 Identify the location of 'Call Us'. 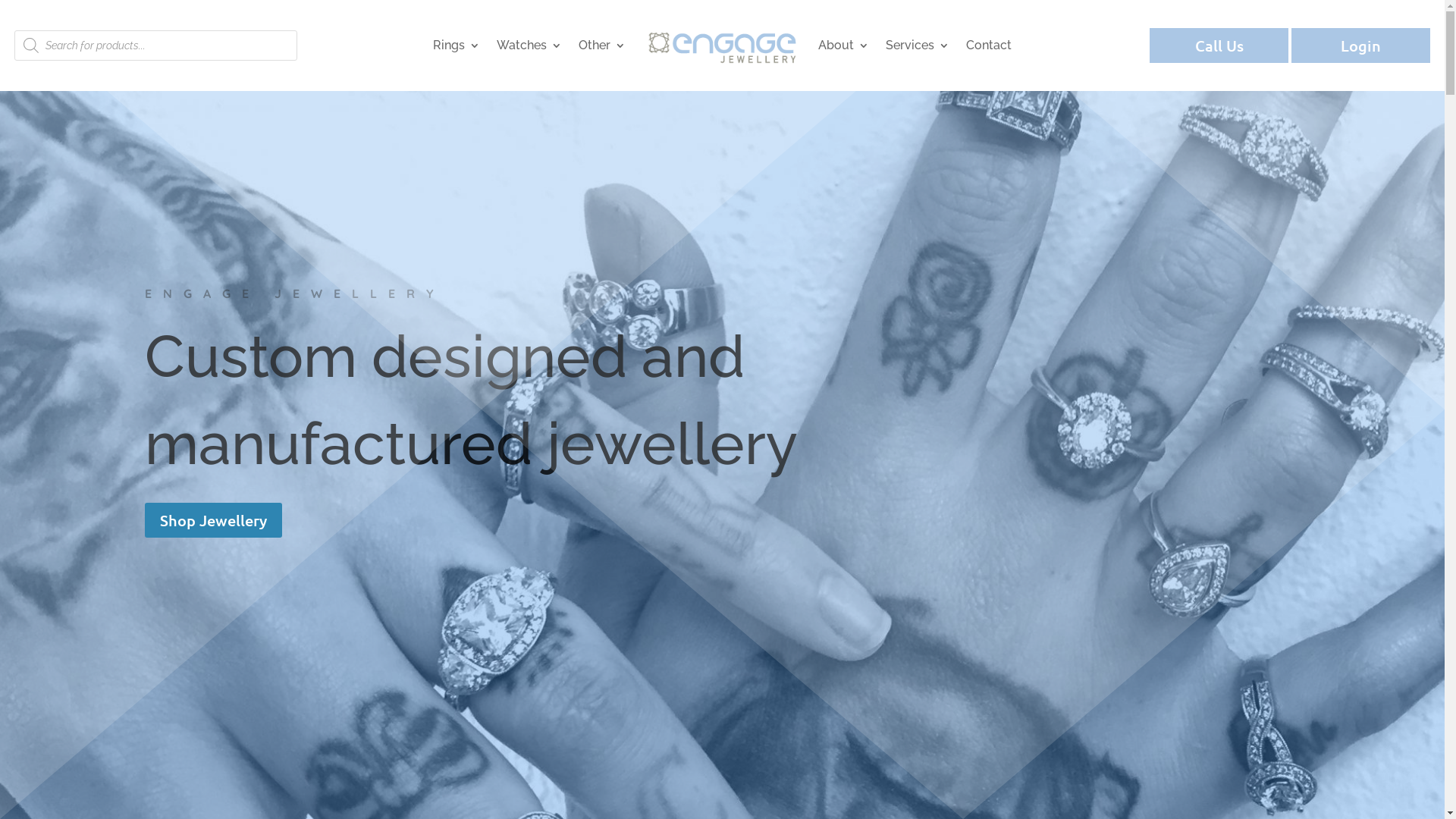
(1150, 45).